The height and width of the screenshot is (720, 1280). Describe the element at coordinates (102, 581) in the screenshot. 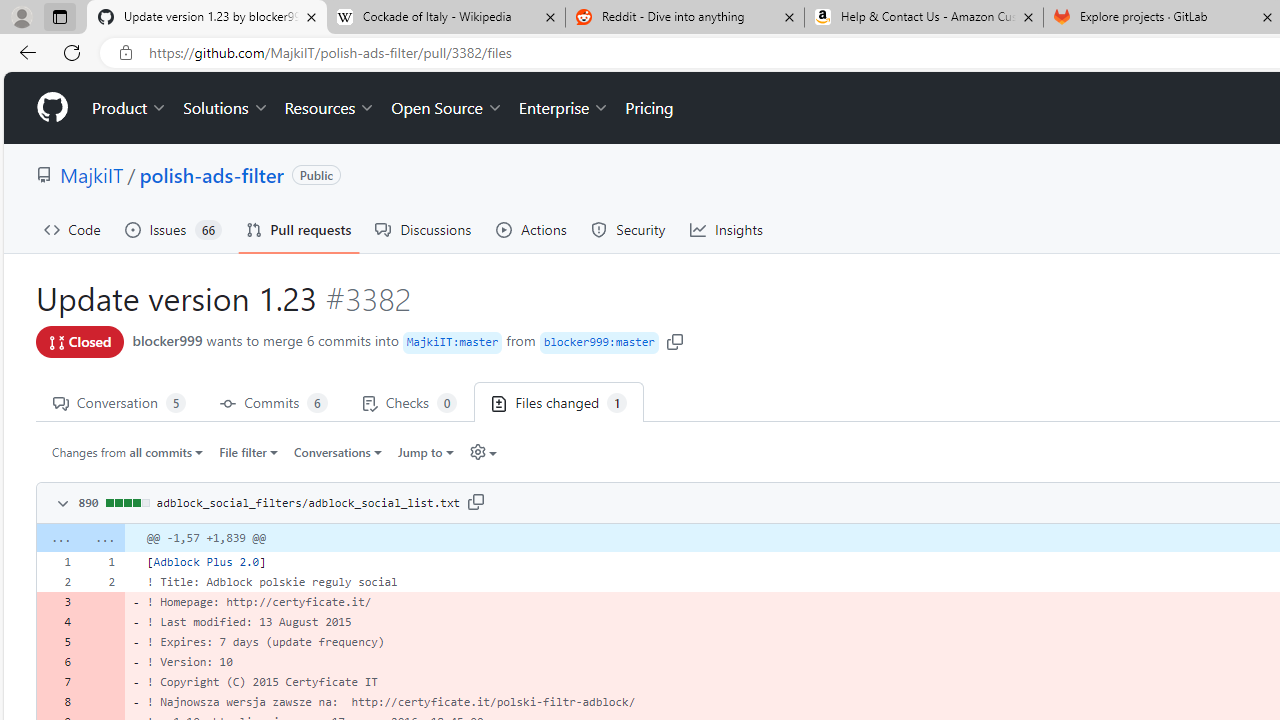

I see `'2'` at that location.